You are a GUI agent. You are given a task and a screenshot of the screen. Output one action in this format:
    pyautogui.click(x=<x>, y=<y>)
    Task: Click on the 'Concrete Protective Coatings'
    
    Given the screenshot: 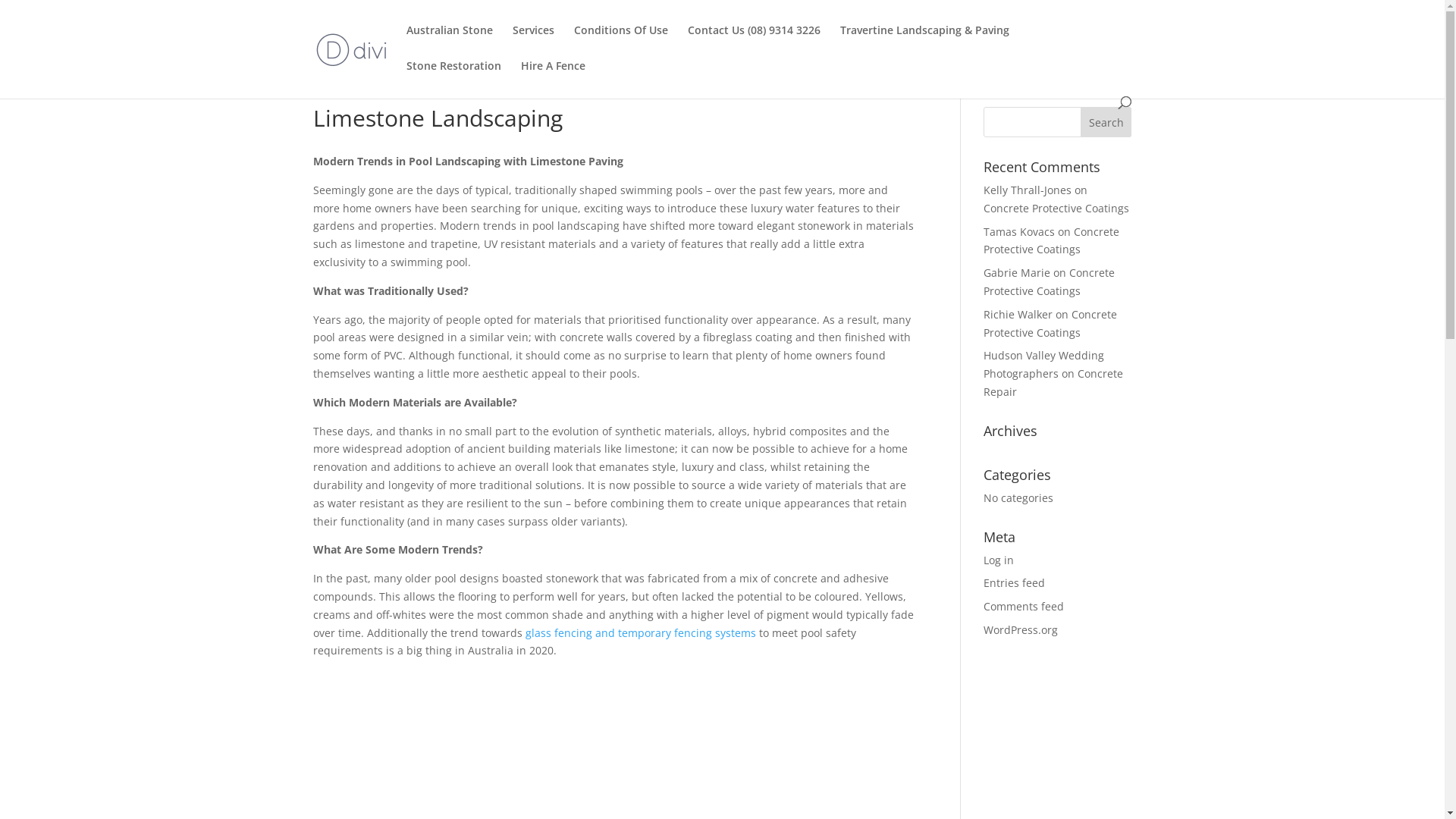 What is the action you would take?
    pyautogui.click(x=1055, y=208)
    